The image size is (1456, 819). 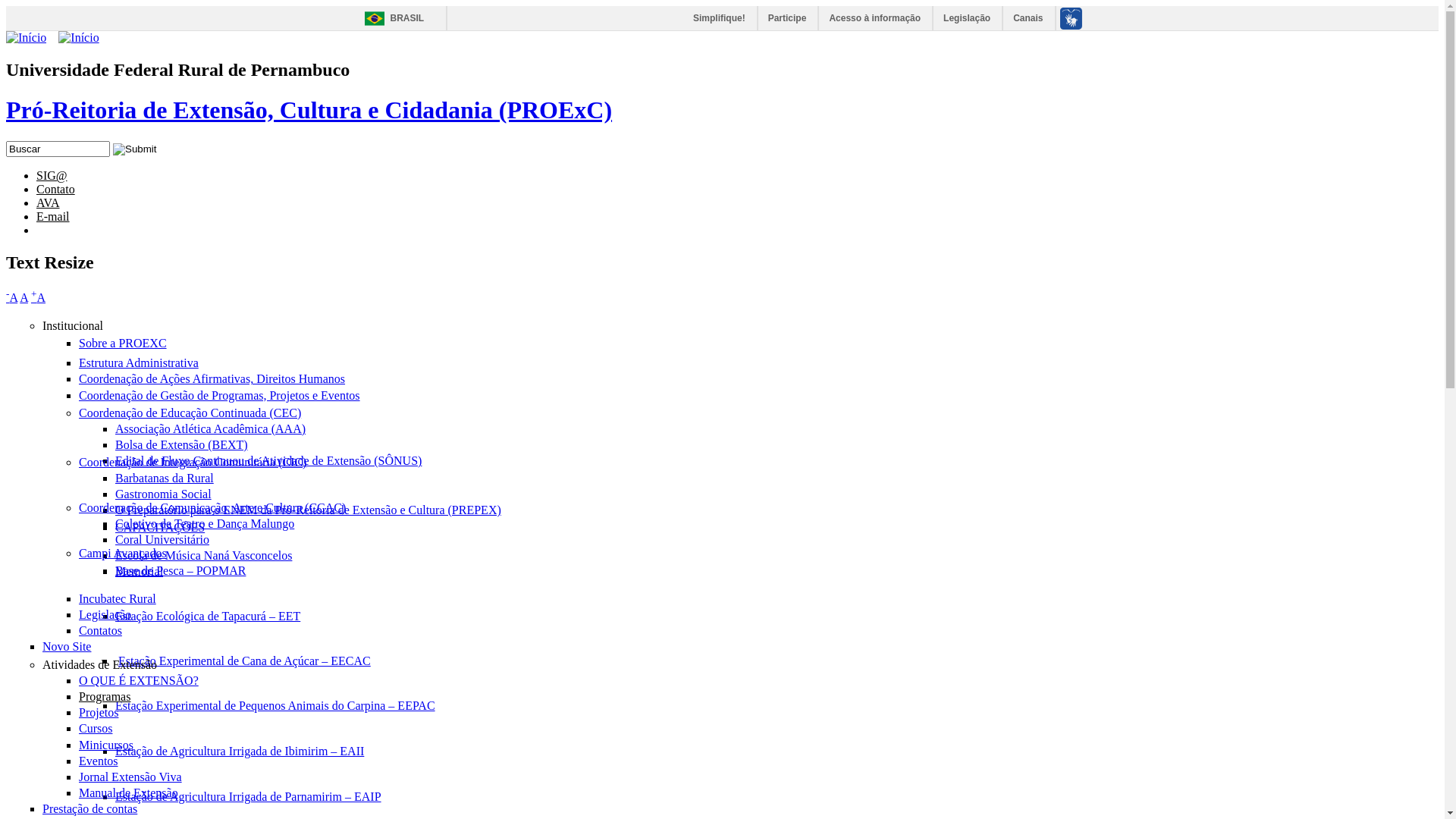 What do you see at coordinates (116, 598) in the screenshot?
I see `'Incubatec Rural'` at bounding box center [116, 598].